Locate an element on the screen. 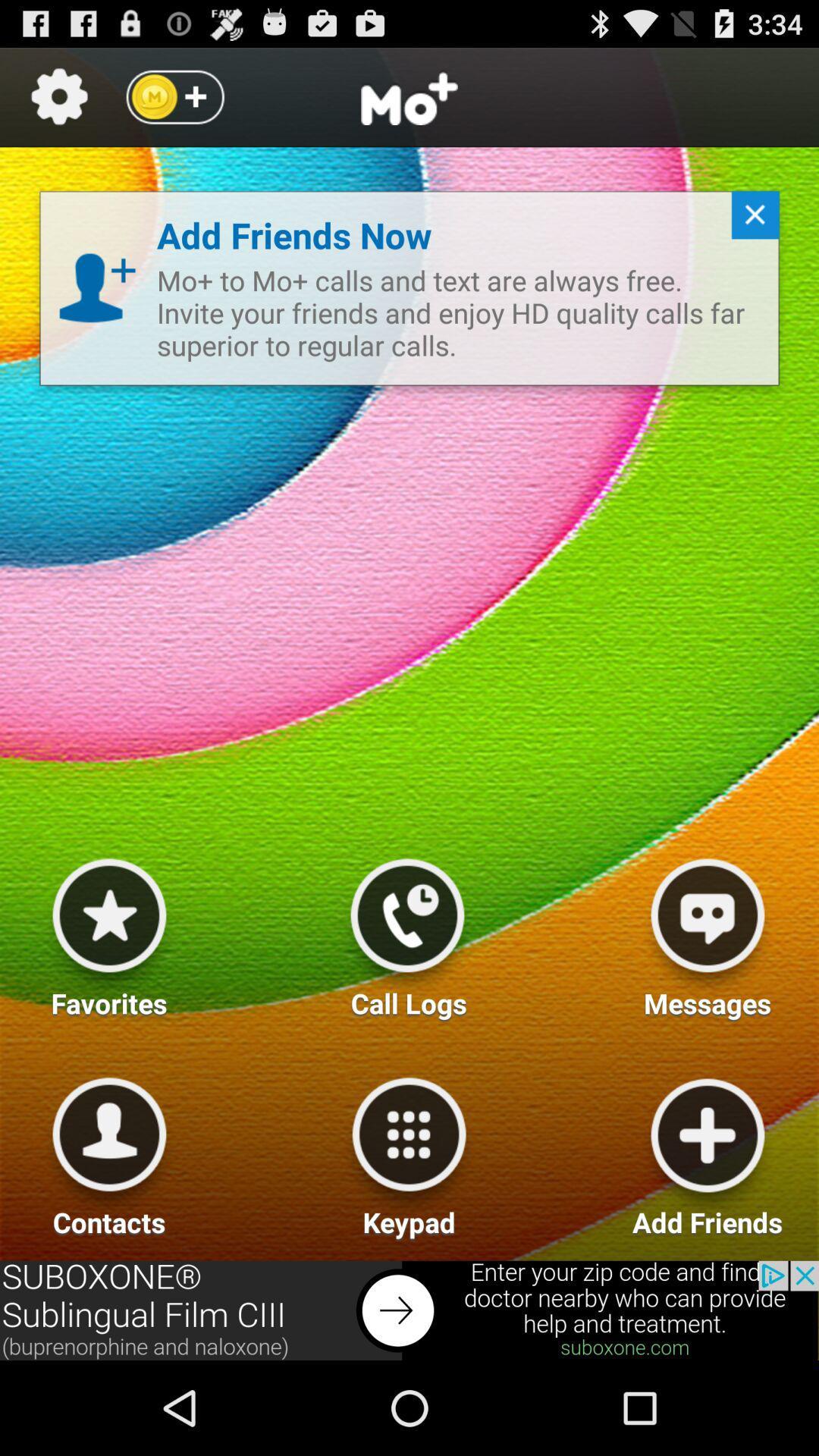  the image is located at coordinates (708, 931).